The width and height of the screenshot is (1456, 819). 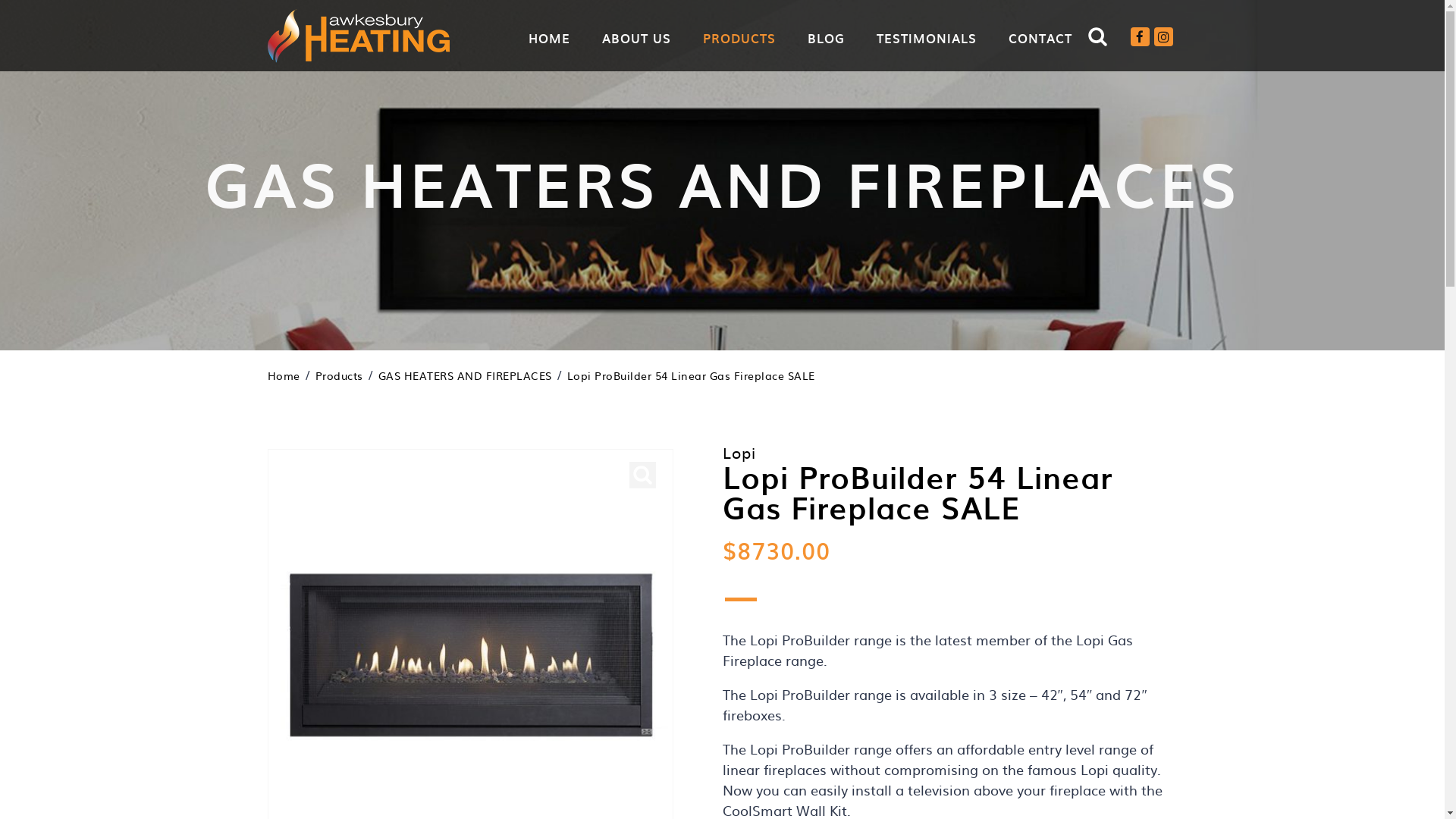 What do you see at coordinates (1040, 37) in the screenshot?
I see `'CONTACT'` at bounding box center [1040, 37].